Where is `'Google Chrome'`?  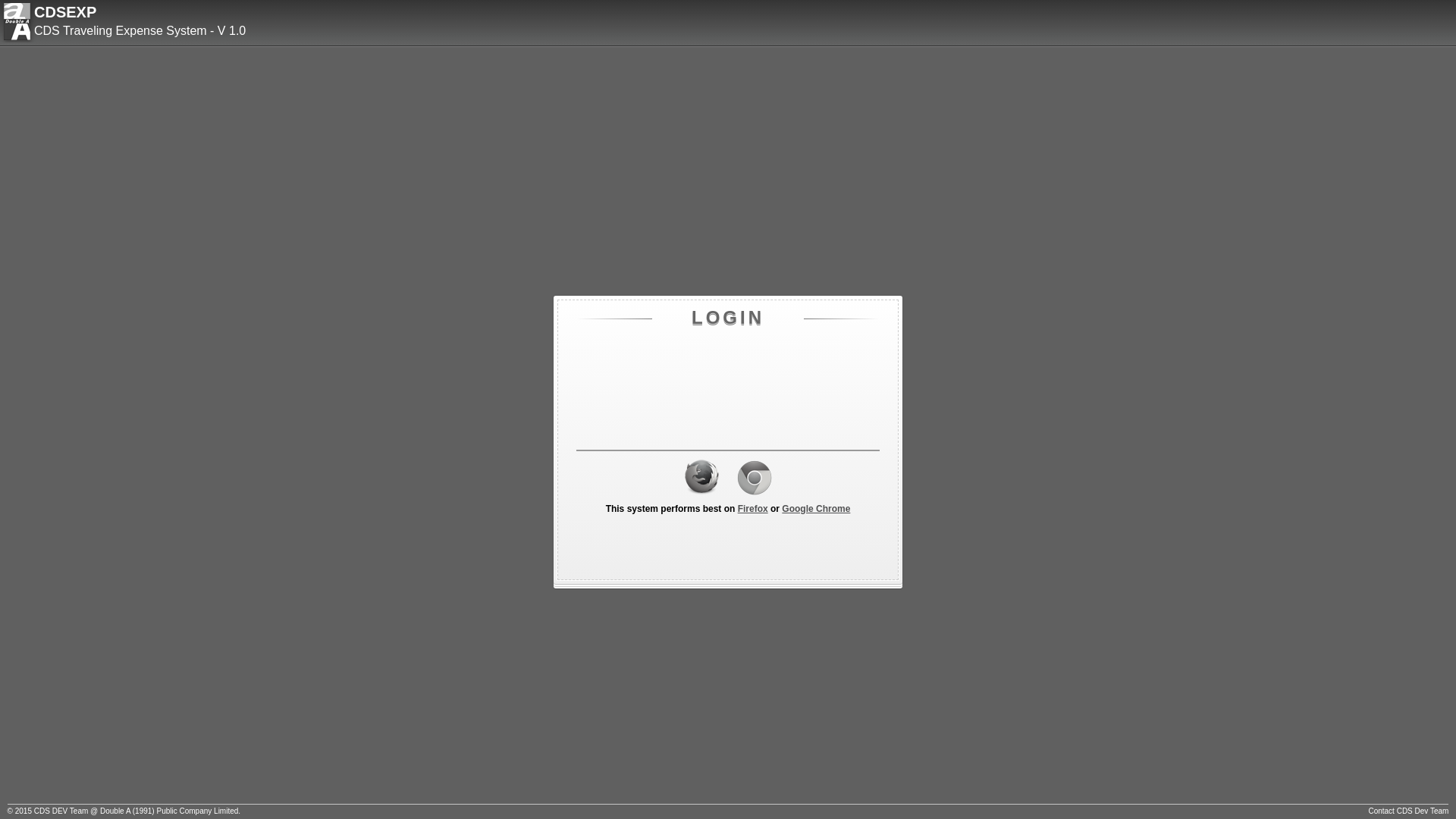
'Google Chrome' is located at coordinates (814, 509).